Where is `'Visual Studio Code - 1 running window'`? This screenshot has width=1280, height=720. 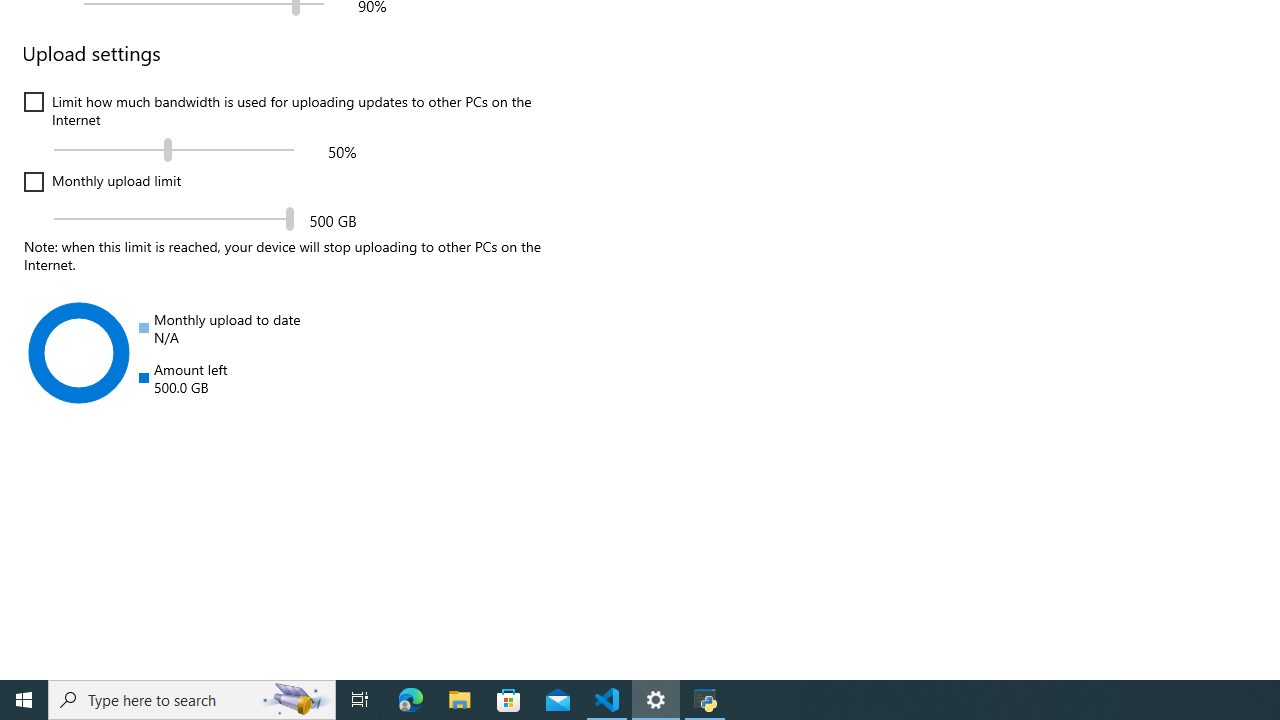
'Visual Studio Code - 1 running window' is located at coordinates (606, 698).